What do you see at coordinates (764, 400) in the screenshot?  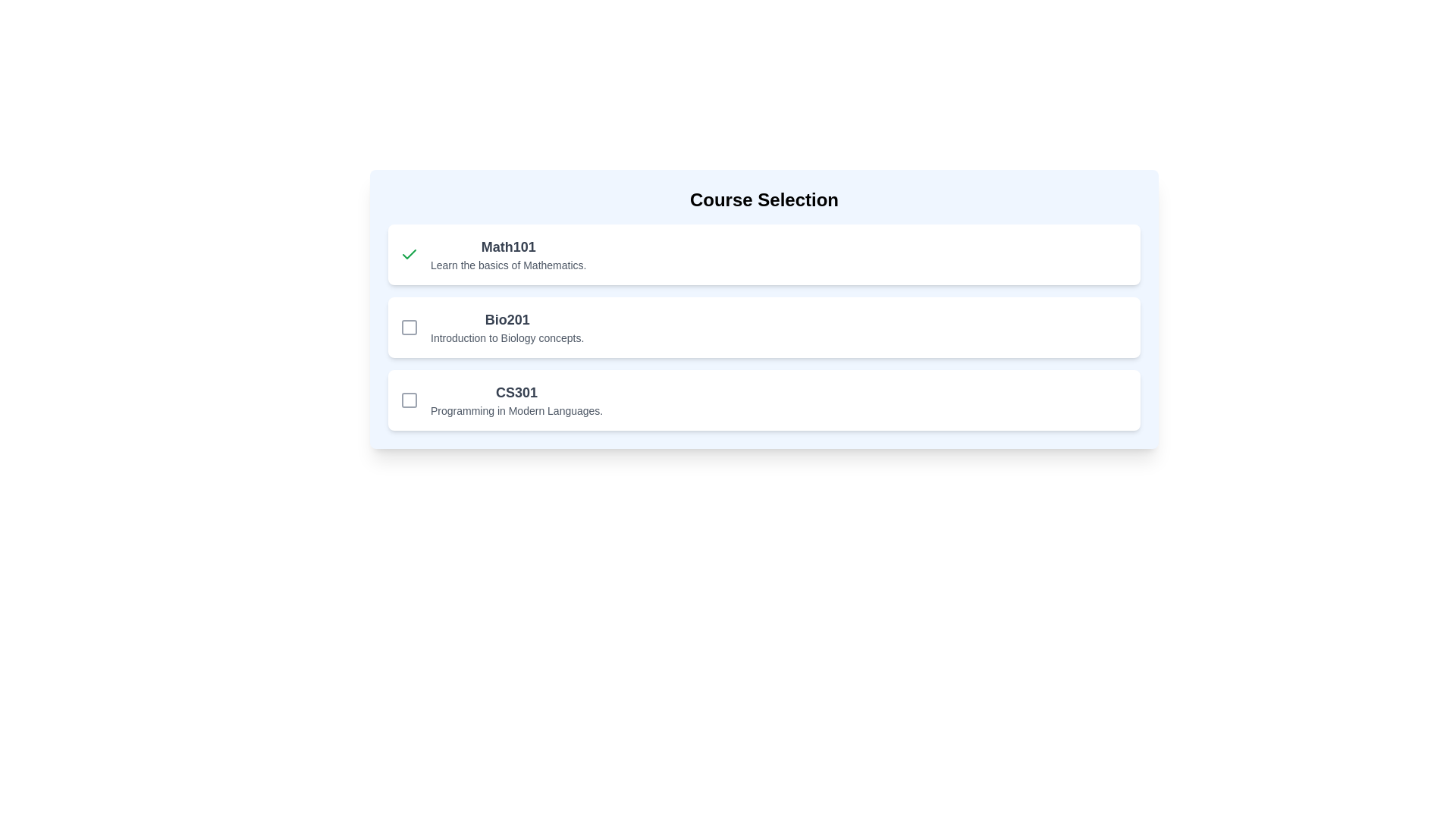 I see `the checkbox of the third selectable item in the course selection interface` at bounding box center [764, 400].